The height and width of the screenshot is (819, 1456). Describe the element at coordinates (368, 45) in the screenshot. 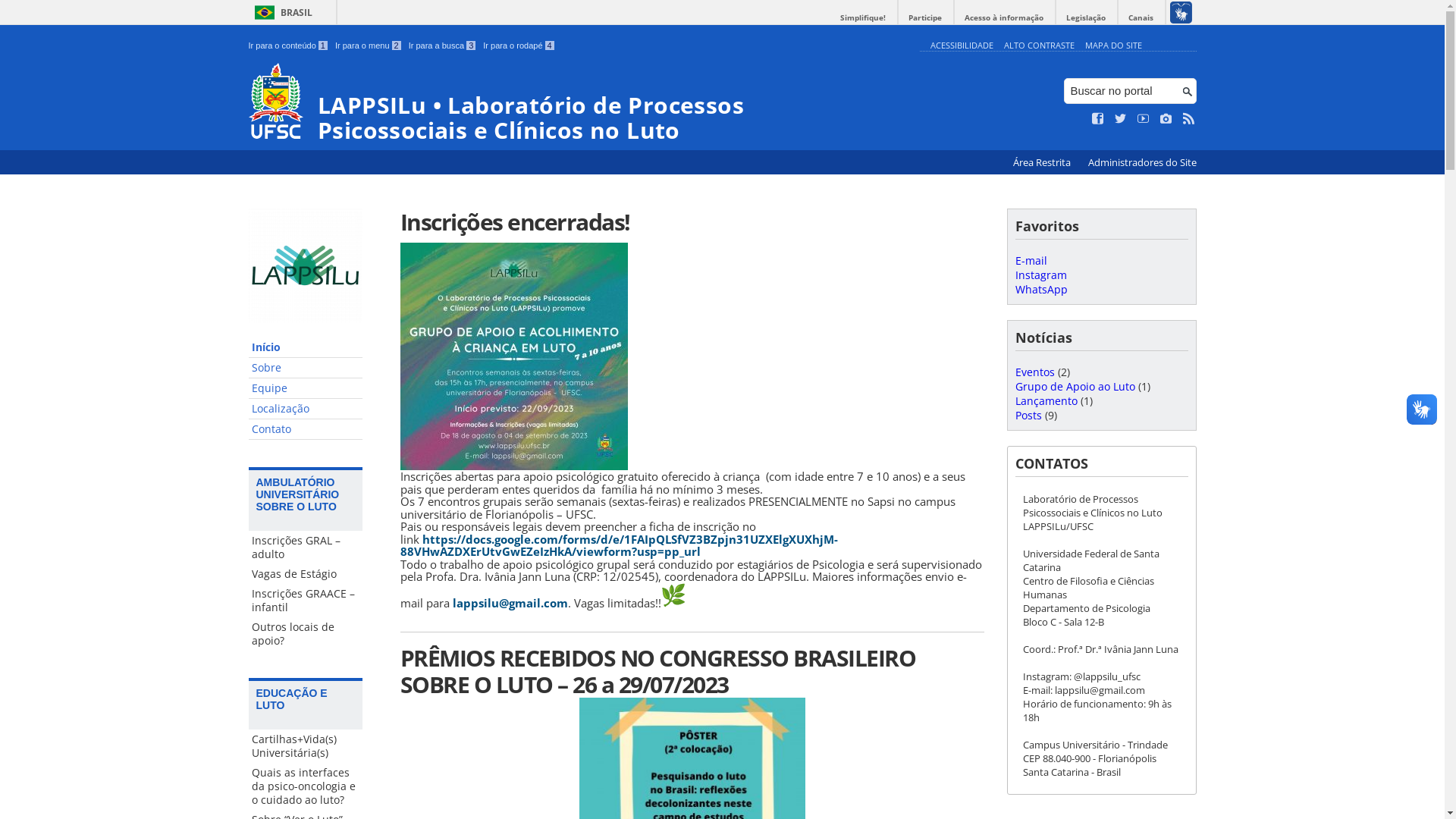

I see `'Ir para o menu 2'` at that location.